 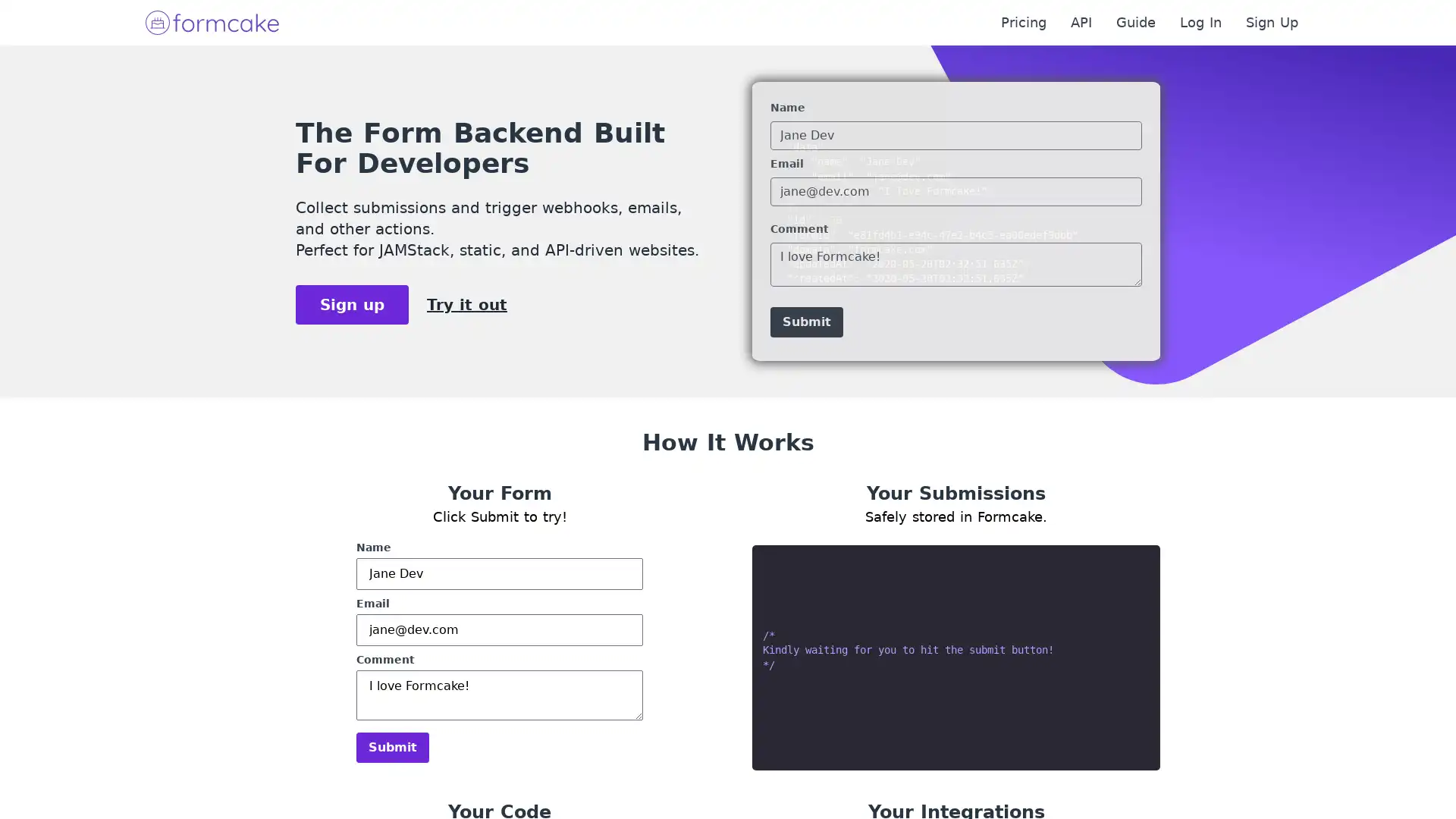 What do you see at coordinates (806, 321) in the screenshot?
I see `Submit` at bounding box center [806, 321].